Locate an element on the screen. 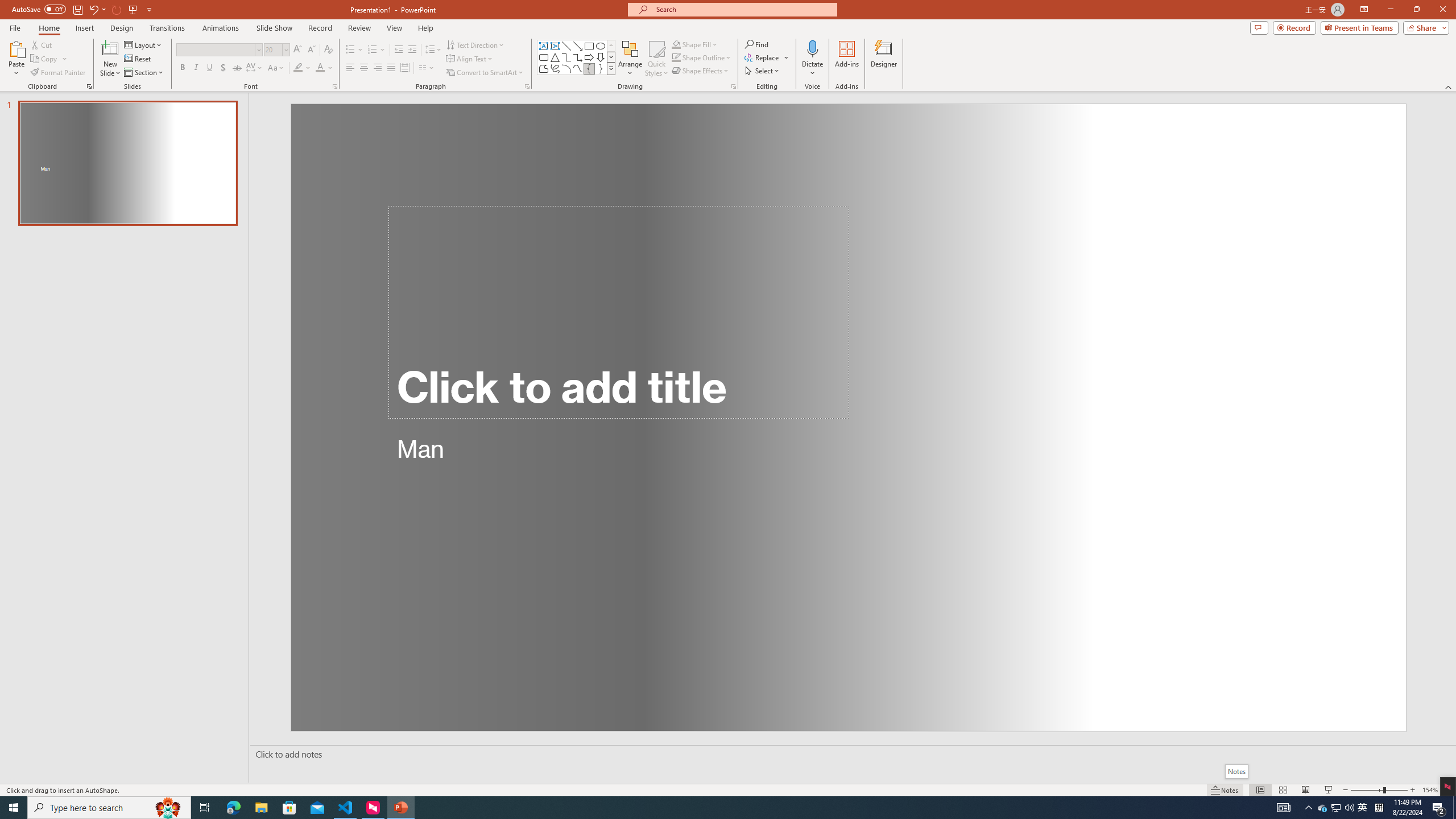 This screenshot has width=1456, height=819. 'Line Spacing' is located at coordinates (433, 49).